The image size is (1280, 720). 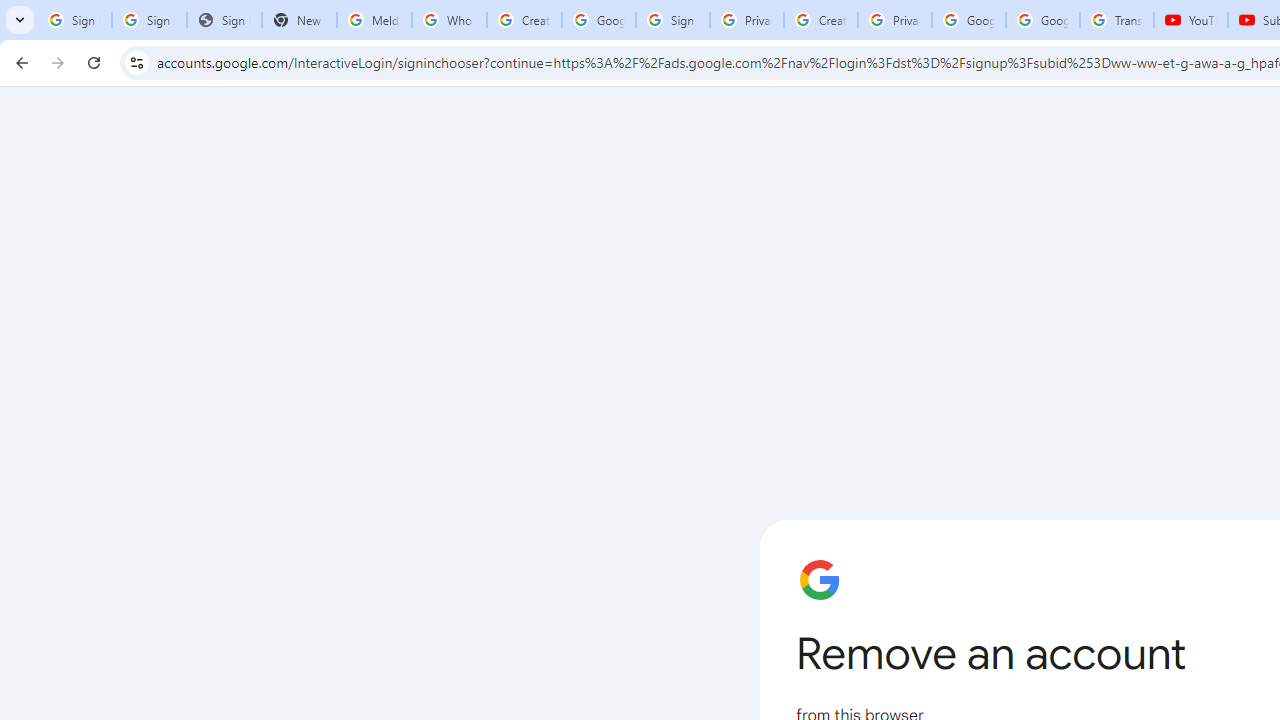 I want to click on 'Who is my administrator? - Google Account Help', so click(x=448, y=20).